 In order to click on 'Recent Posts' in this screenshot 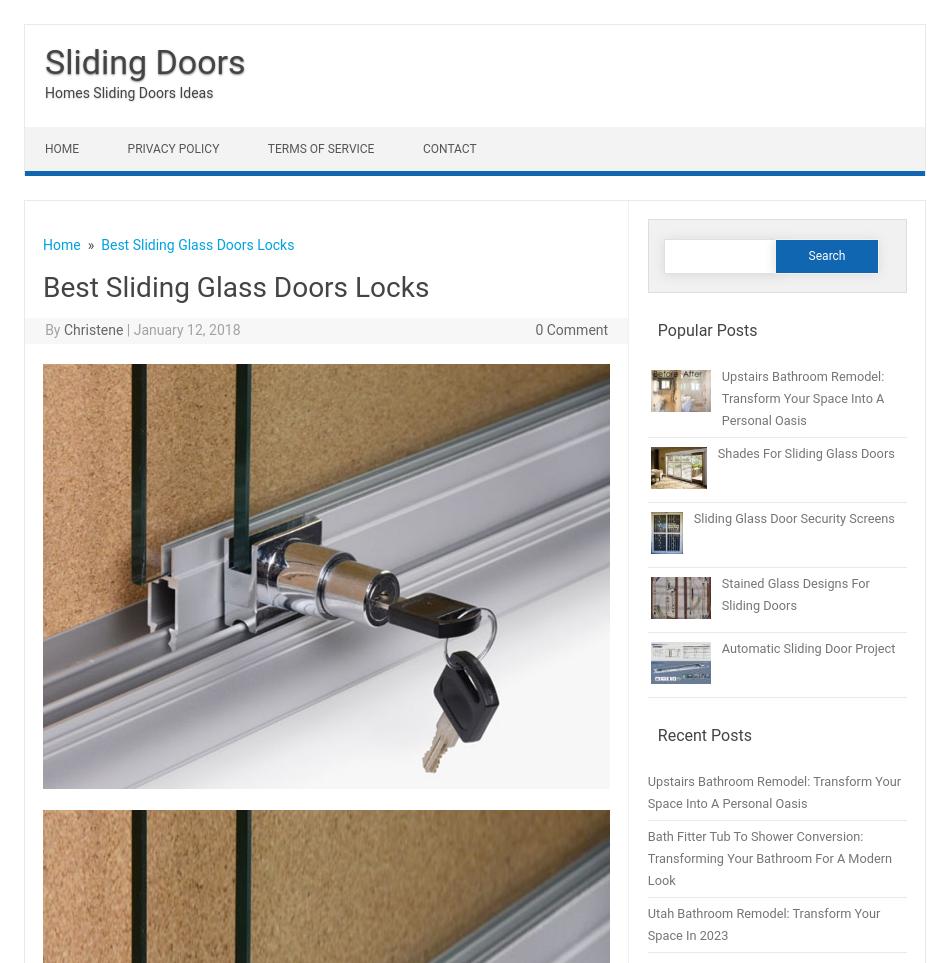, I will do `click(704, 734)`.